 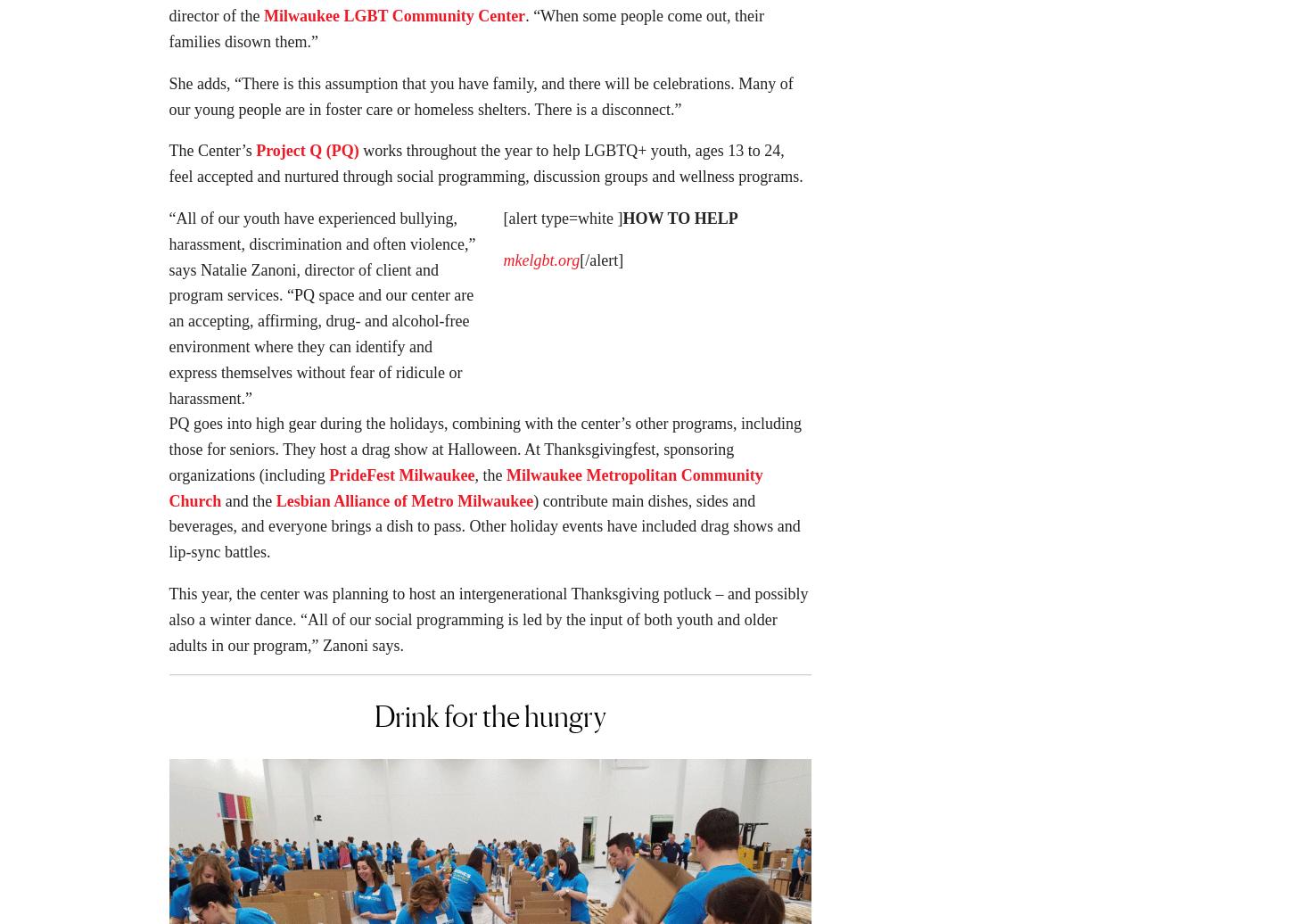 I want to click on 'The Center’s', so click(x=210, y=155).